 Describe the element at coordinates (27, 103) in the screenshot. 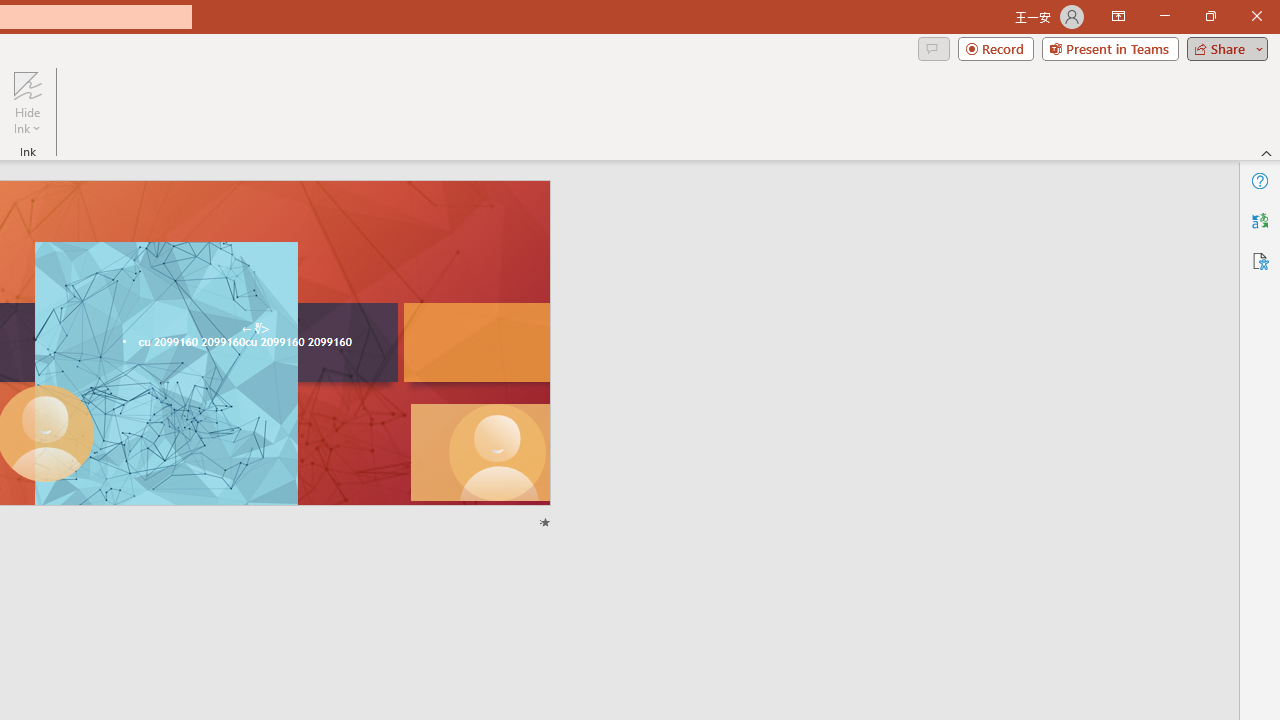

I see `'Hide Ink'` at that location.